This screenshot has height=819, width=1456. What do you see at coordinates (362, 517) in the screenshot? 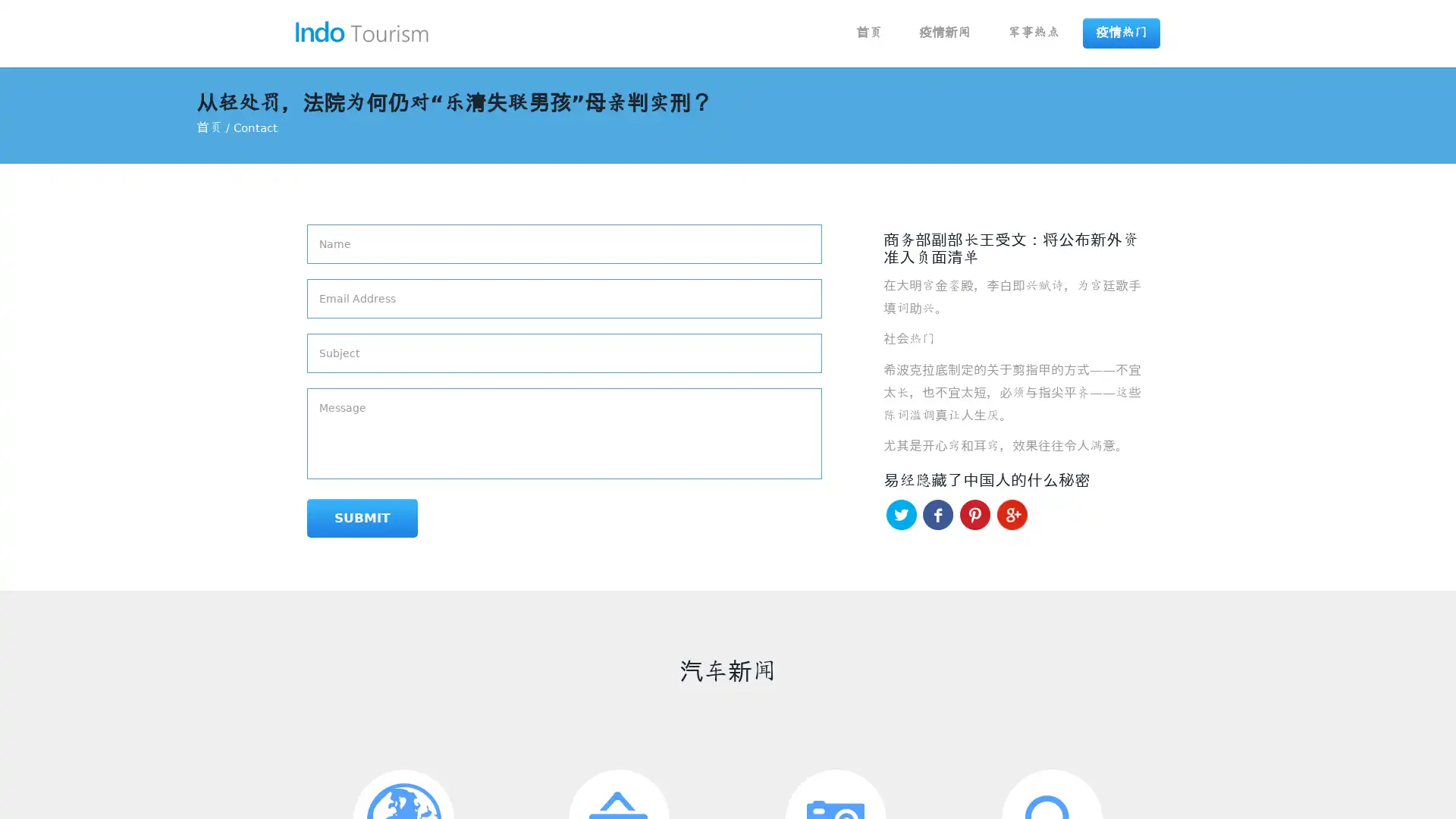
I see `Submit` at bounding box center [362, 517].